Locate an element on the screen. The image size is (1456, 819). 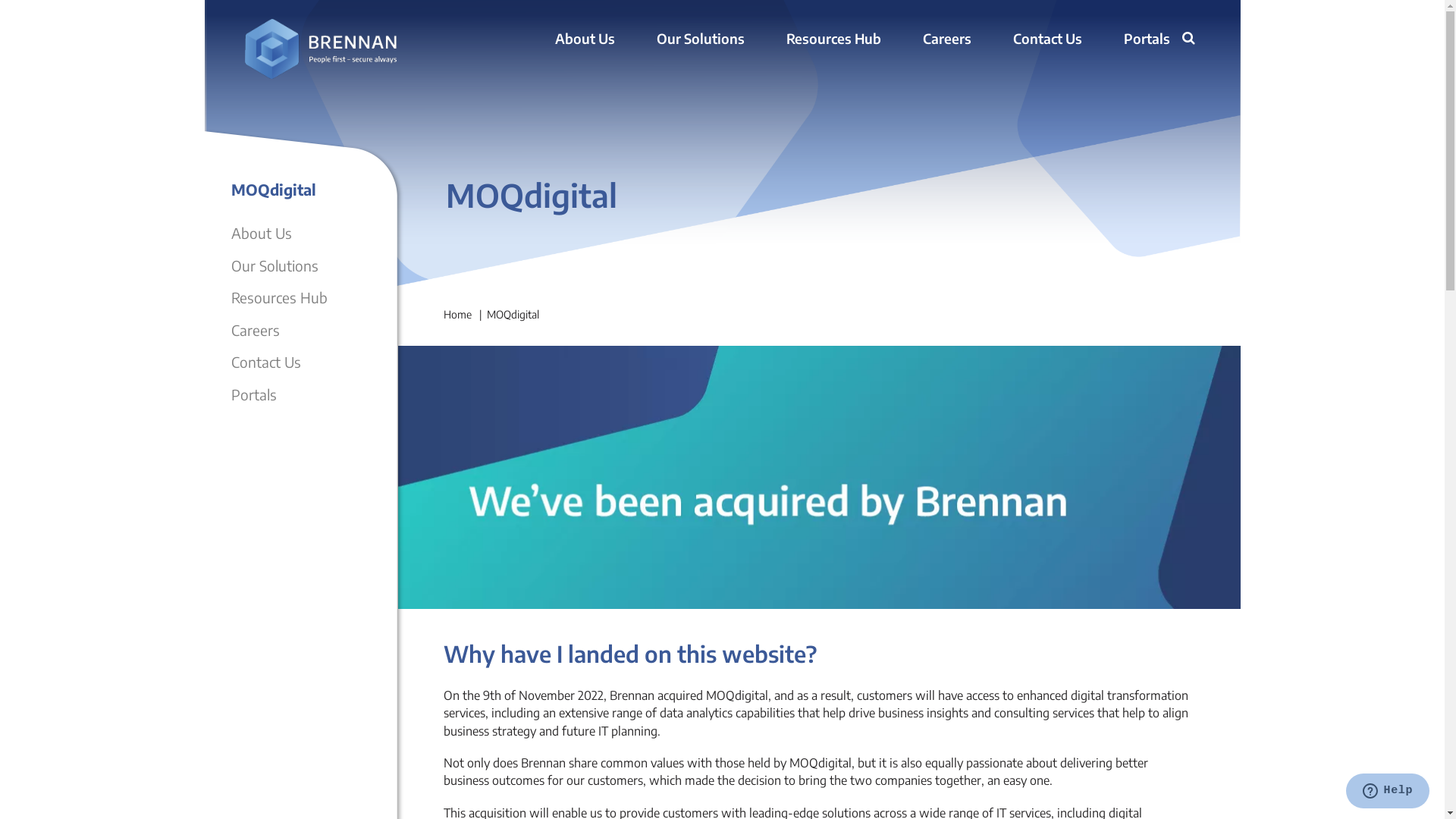
'Resources Hub' is located at coordinates (278, 297).